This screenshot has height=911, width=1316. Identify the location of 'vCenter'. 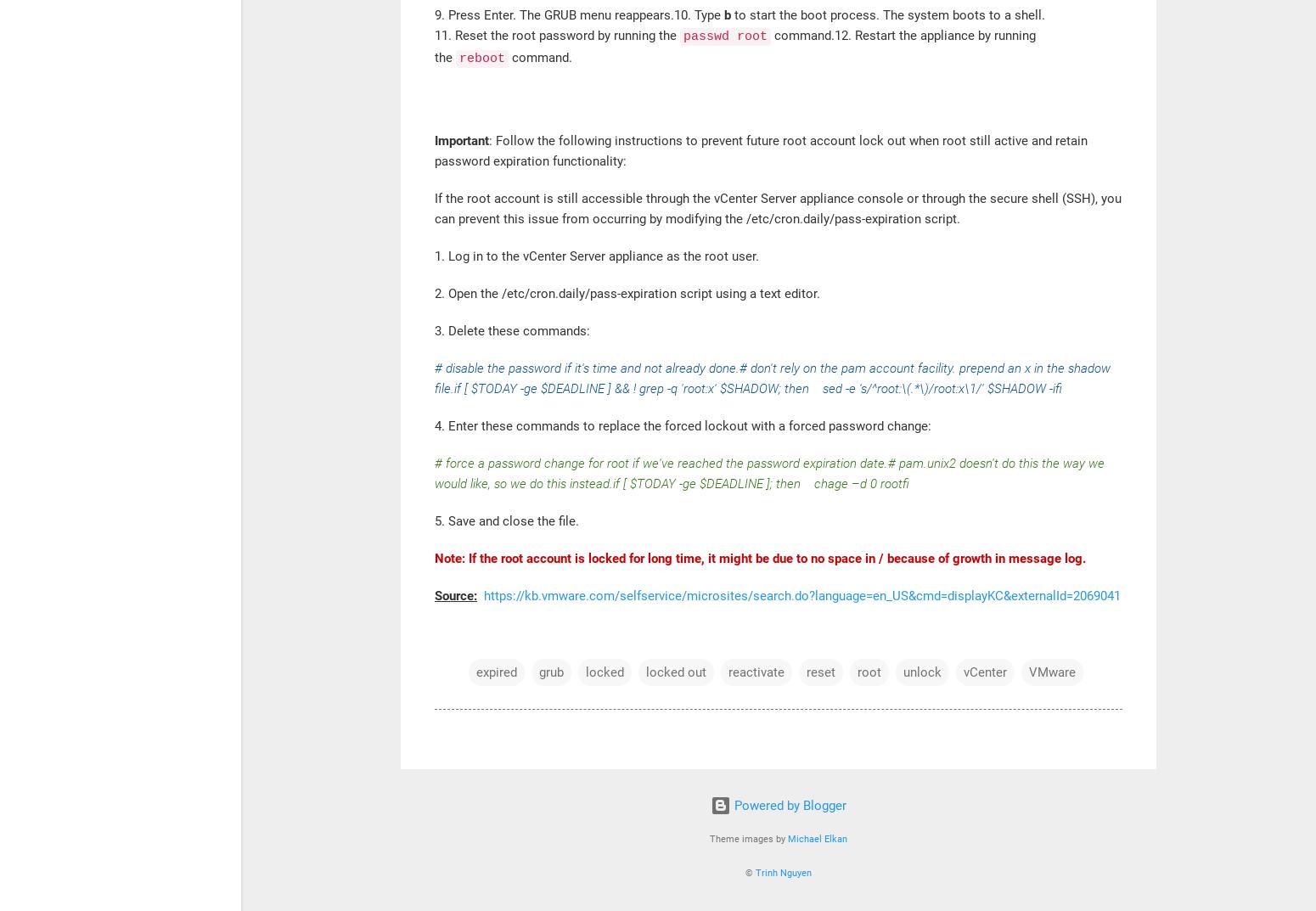
(963, 672).